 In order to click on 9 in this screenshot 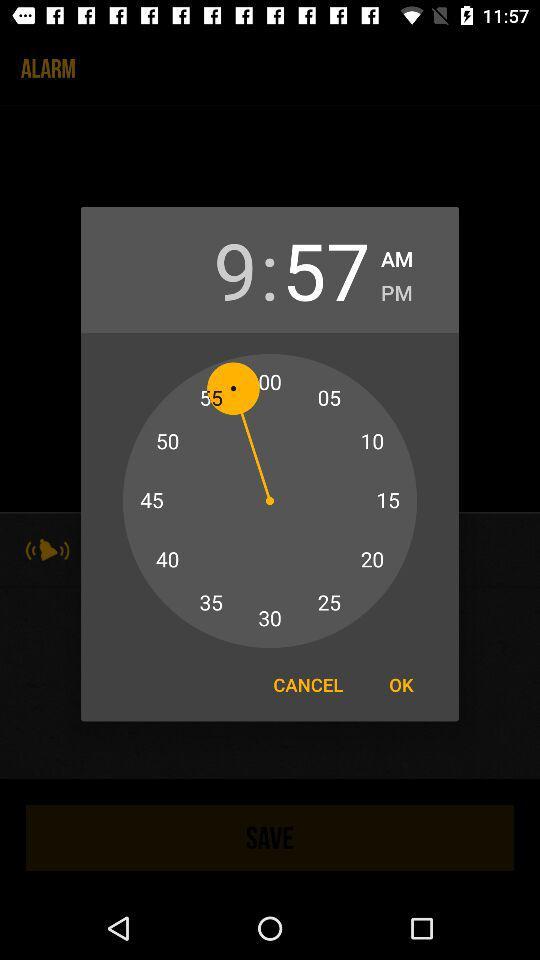, I will do `click(212, 268)`.